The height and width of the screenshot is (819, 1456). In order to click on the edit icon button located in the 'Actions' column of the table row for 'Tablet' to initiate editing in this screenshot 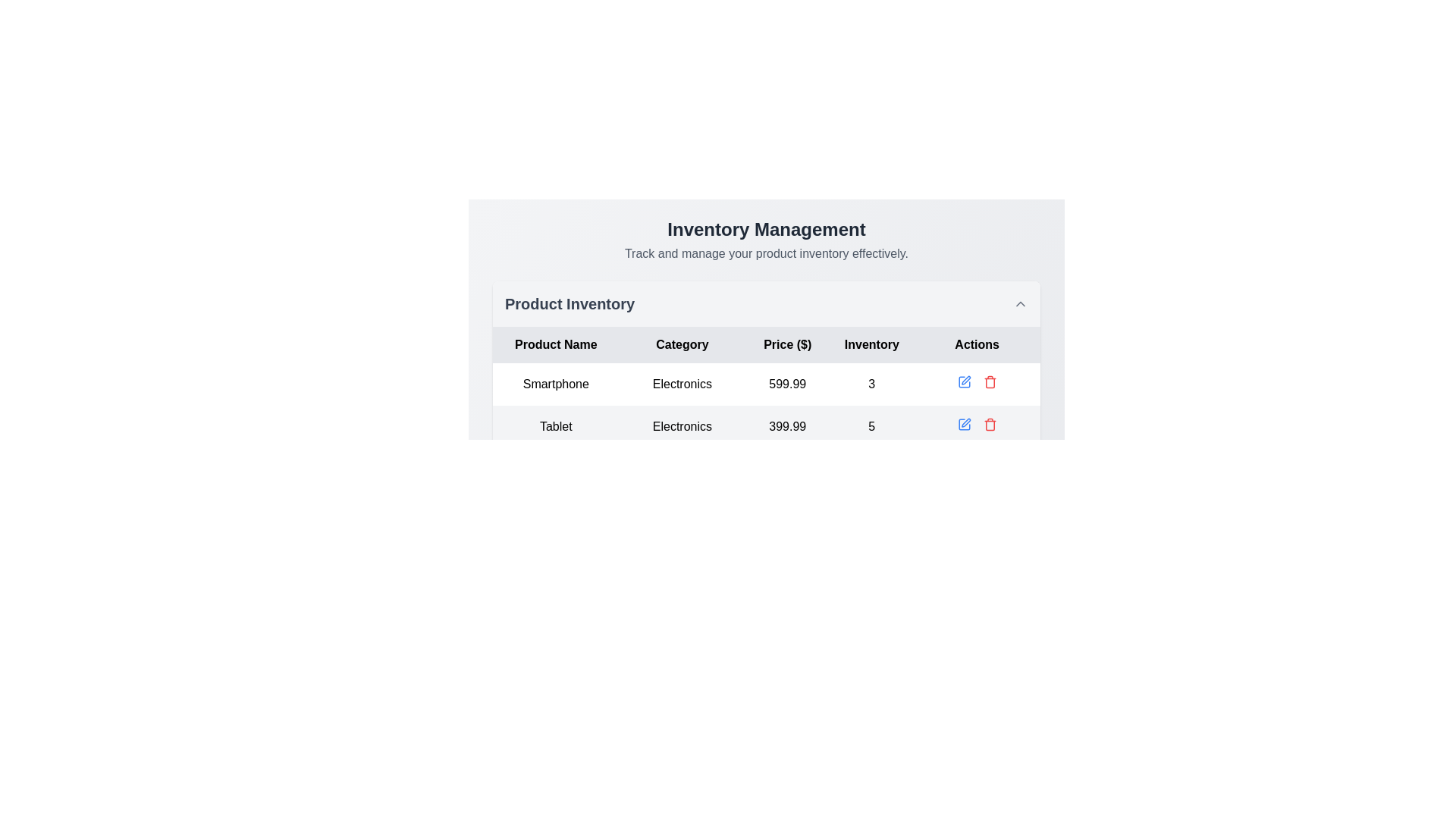, I will do `click(965, 422)`.